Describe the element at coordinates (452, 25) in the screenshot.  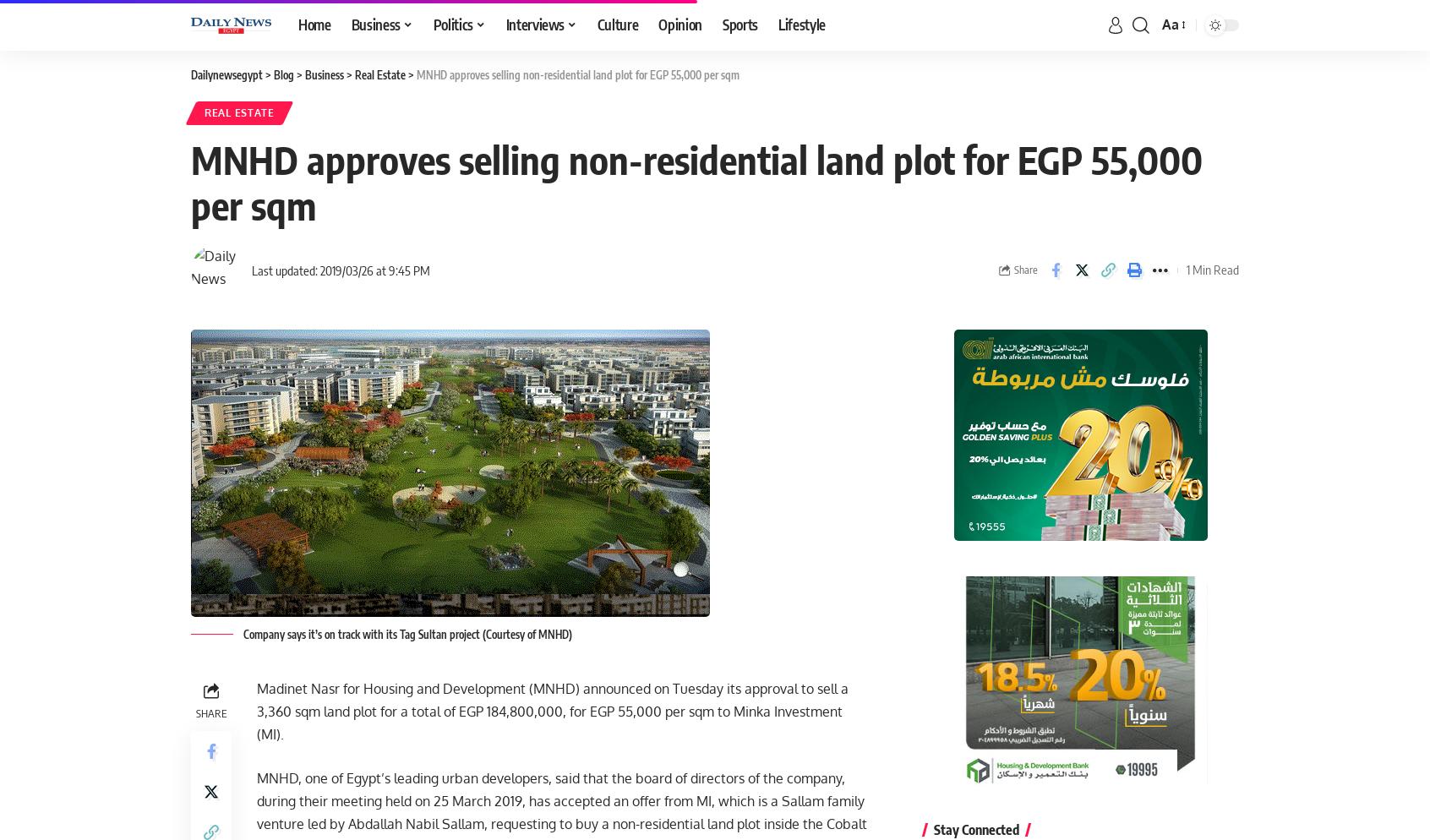
I see `'Politics'` at that location.